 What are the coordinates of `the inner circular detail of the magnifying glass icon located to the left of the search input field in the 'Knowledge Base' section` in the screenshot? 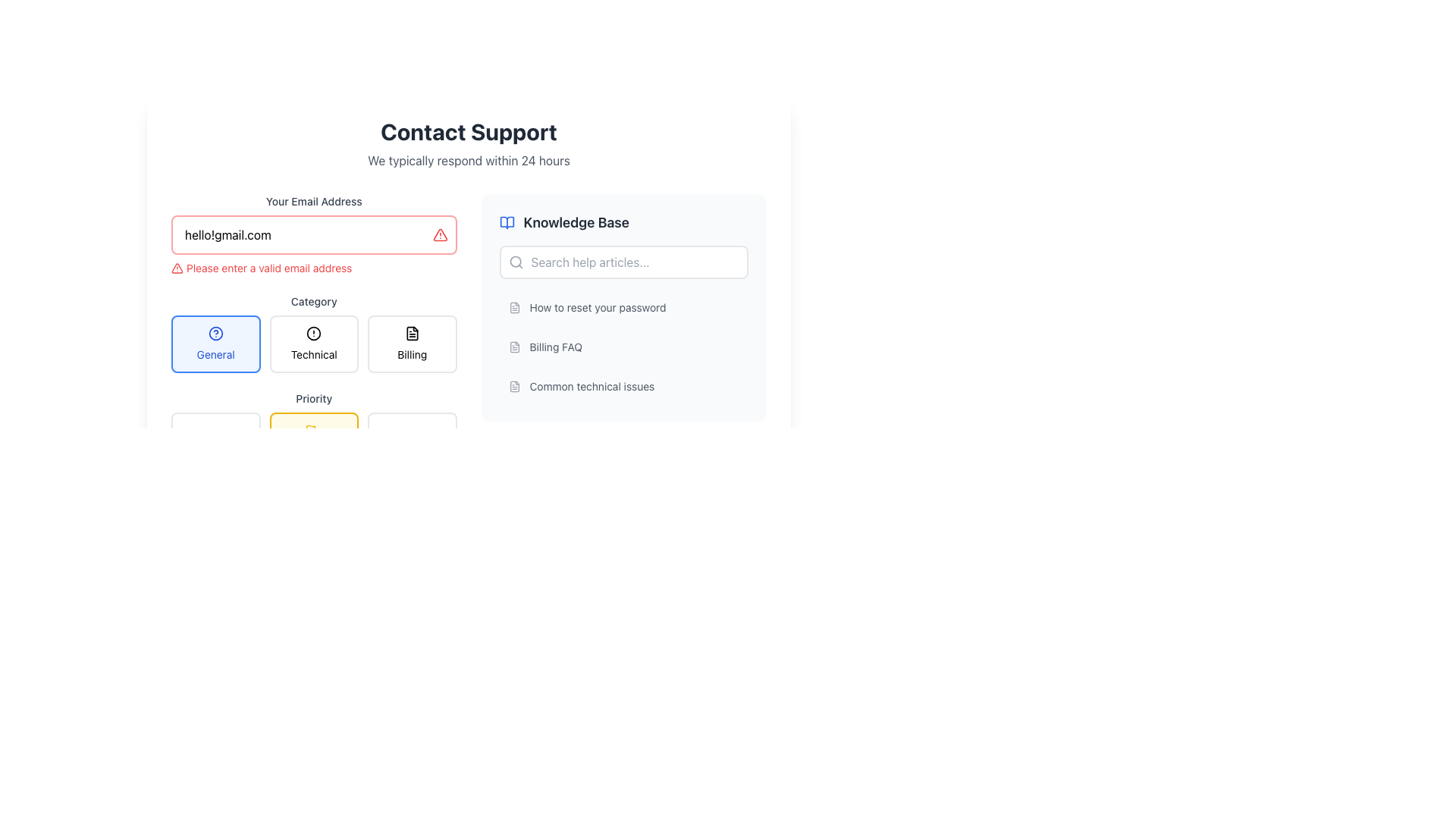 It's located at (515, 261).